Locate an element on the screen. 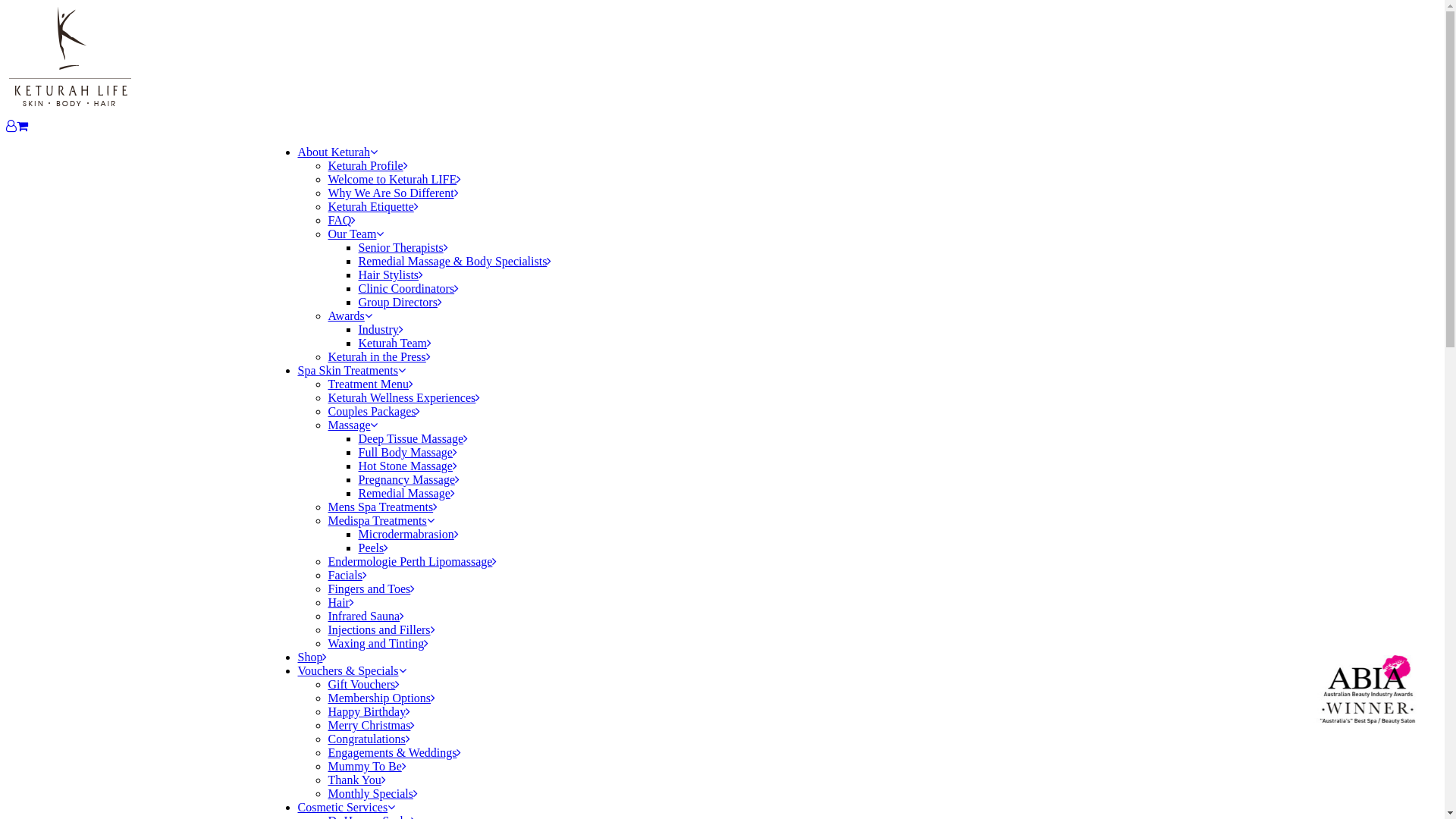  'Spa Skin Treatments' is located at coordinates (350, 370).